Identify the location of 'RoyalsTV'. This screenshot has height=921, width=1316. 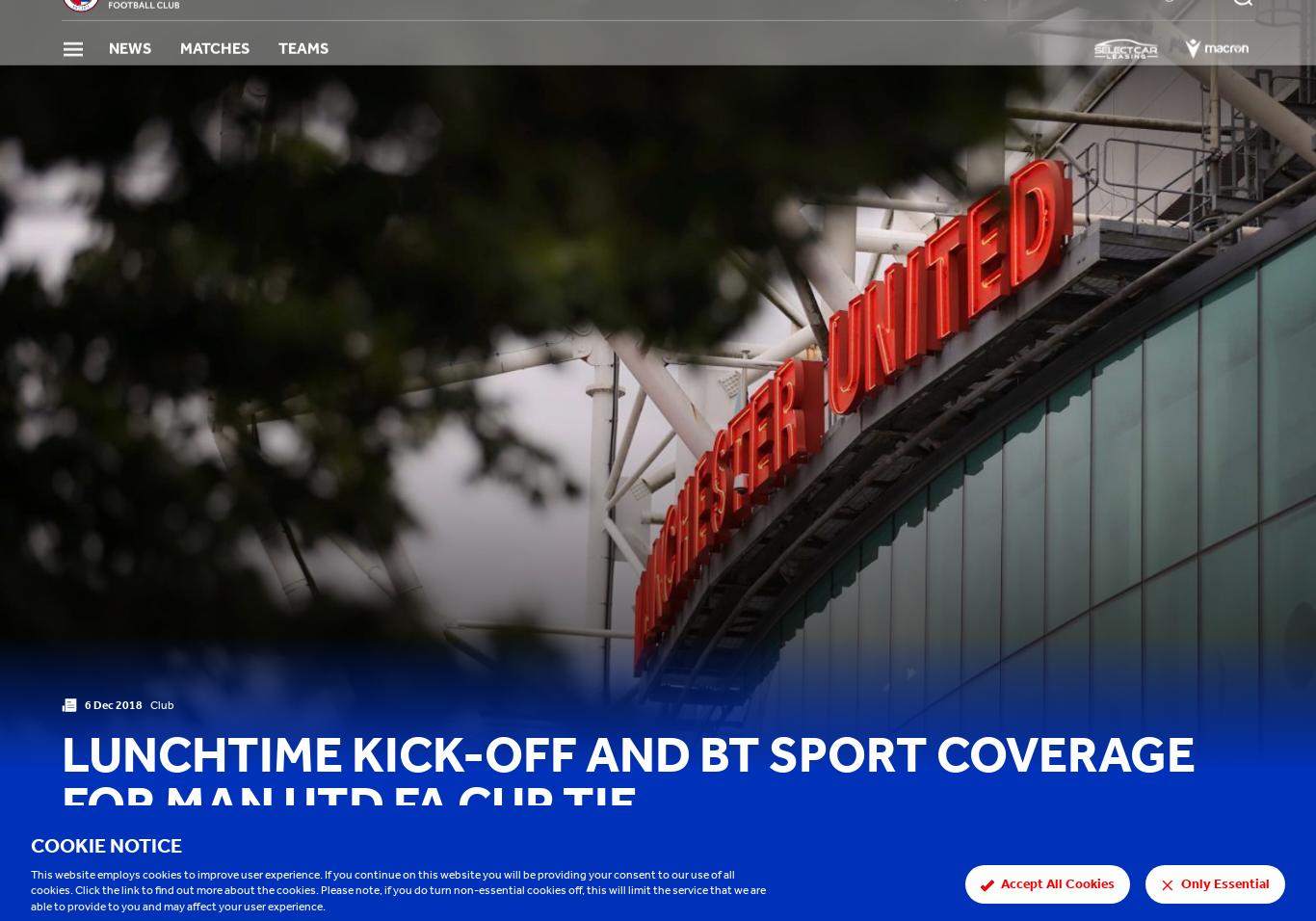
(973, 26).